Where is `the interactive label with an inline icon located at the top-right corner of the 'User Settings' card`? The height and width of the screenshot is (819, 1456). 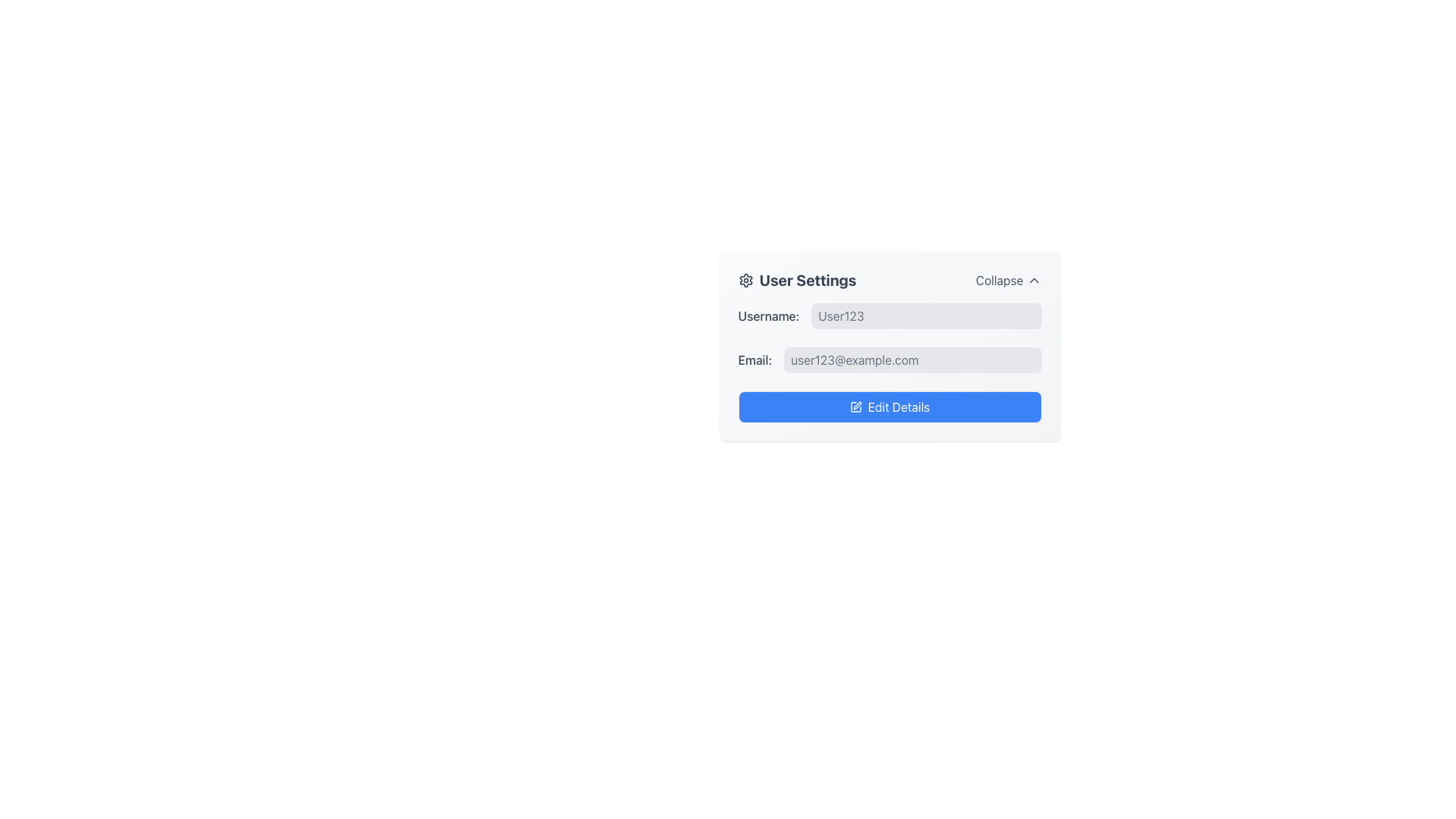
the interactive label with an inline icon located at the top-right corner of the 'User Settings' card is located at coordinates (1009, 281).